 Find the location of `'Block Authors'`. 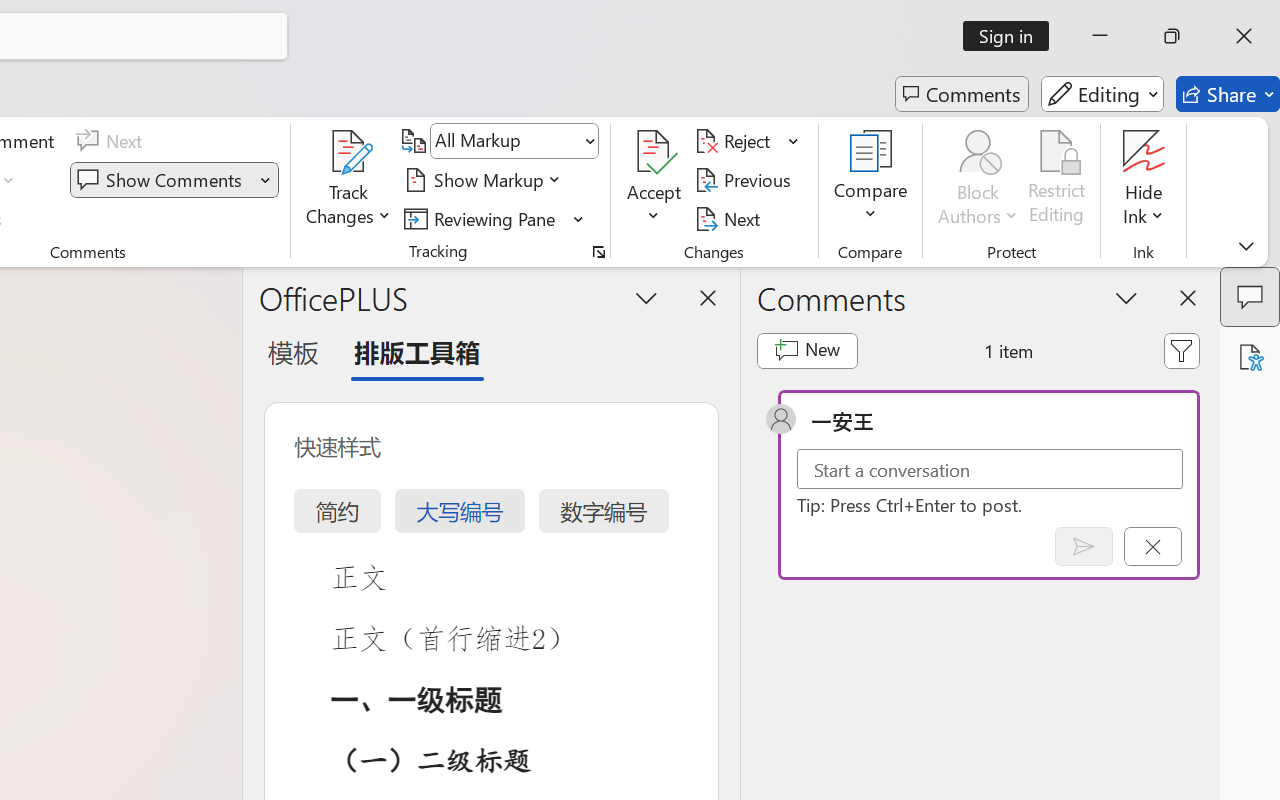

'Block Authors' is located at coordinates (977, 151).